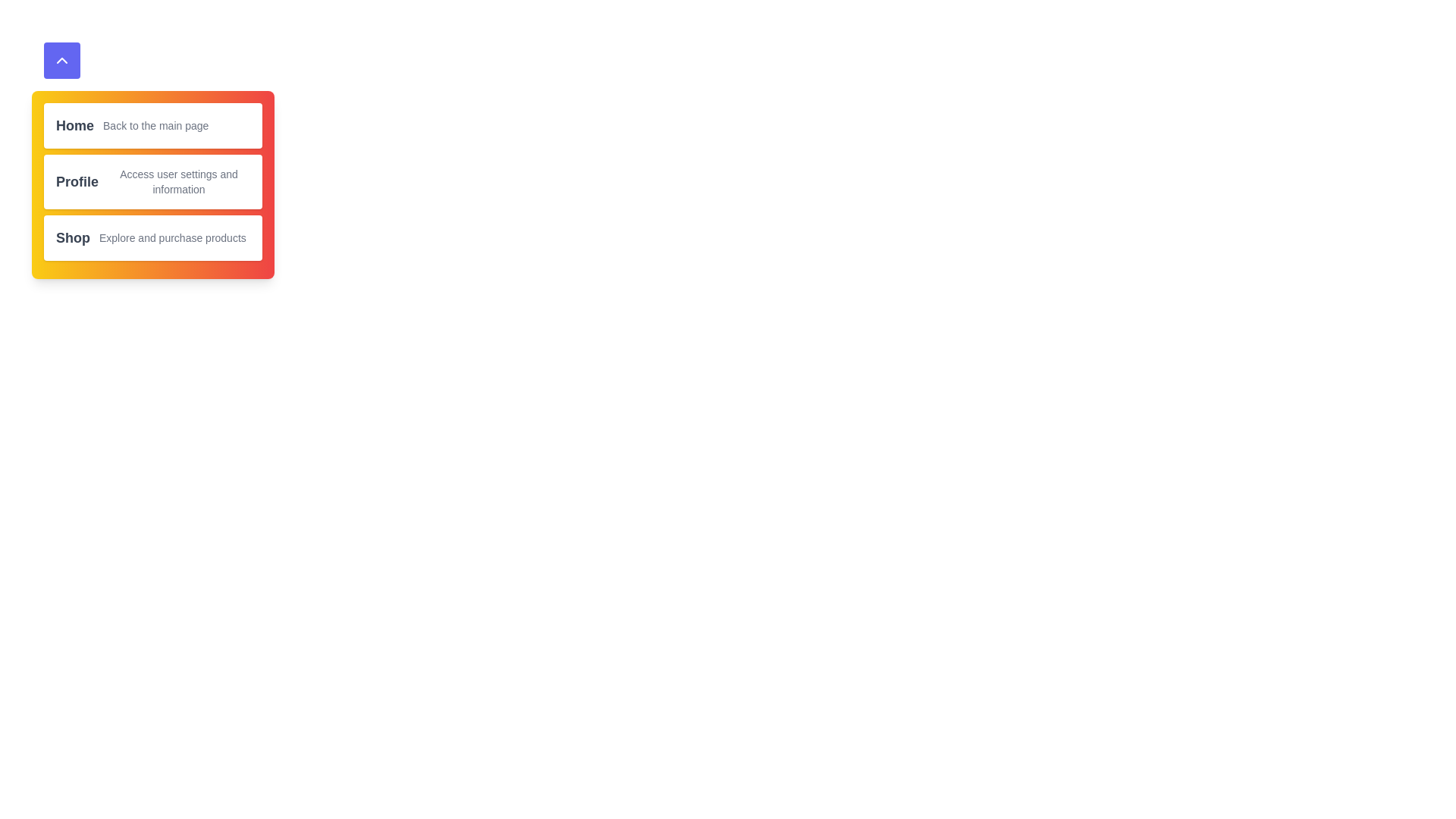  Describe the element at coordinates (61, 60) in the screenshot. I see `the toggle button to close the drawer` at that location.